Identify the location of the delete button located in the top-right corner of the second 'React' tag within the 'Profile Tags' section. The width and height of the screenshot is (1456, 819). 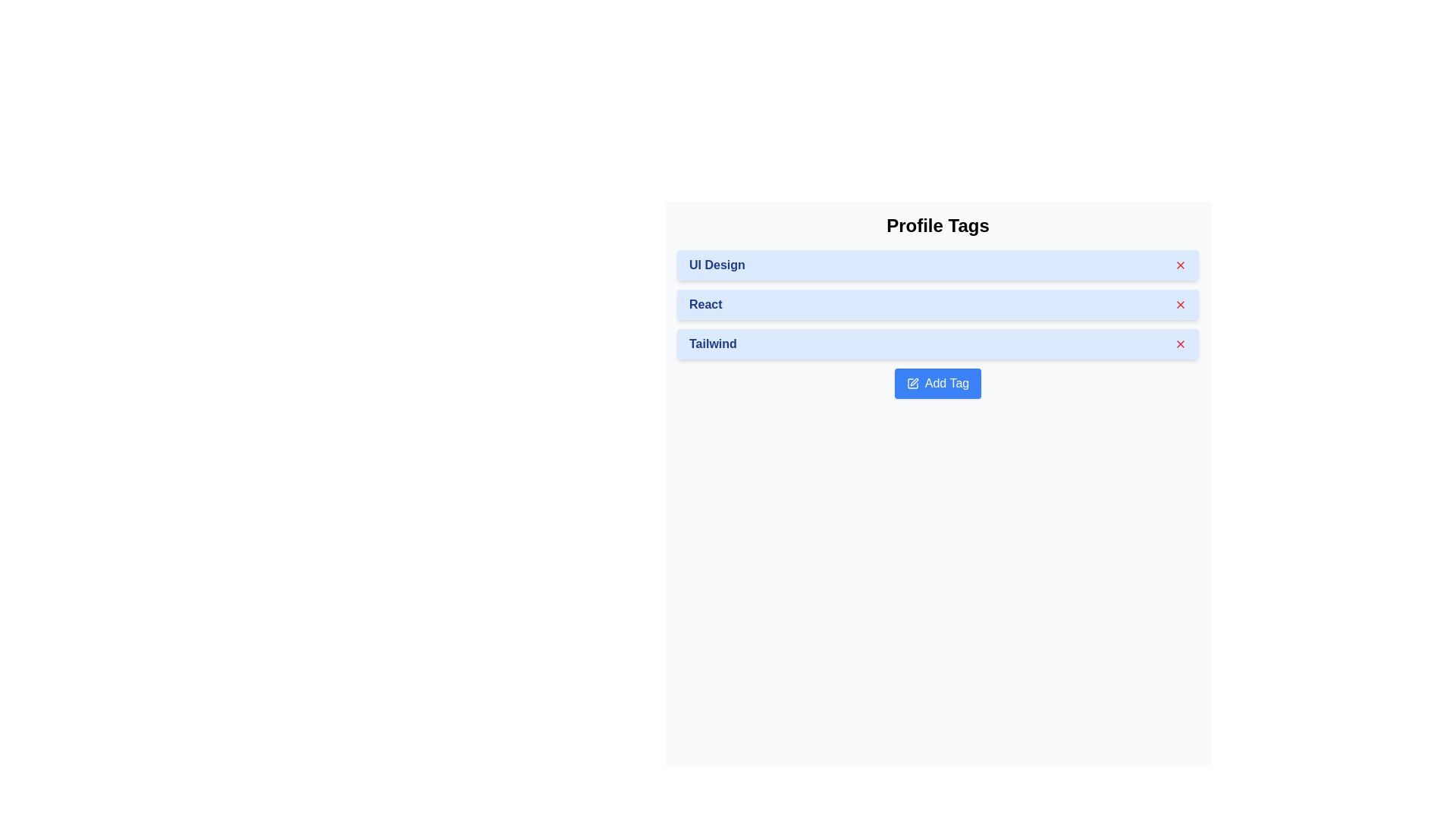
(1179, 304).